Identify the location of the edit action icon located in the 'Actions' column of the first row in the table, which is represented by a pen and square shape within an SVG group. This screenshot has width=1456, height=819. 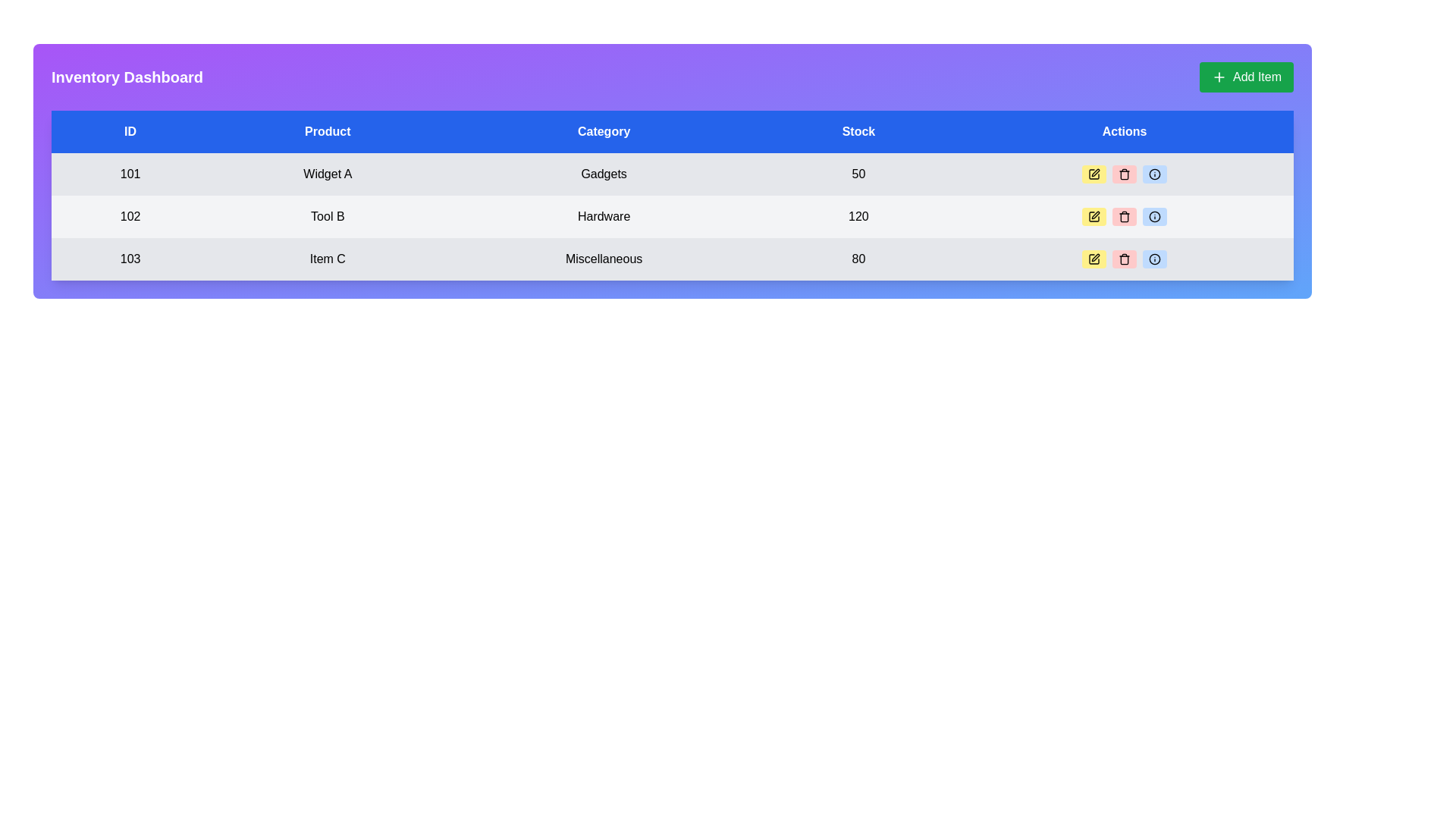
(1094, 174).